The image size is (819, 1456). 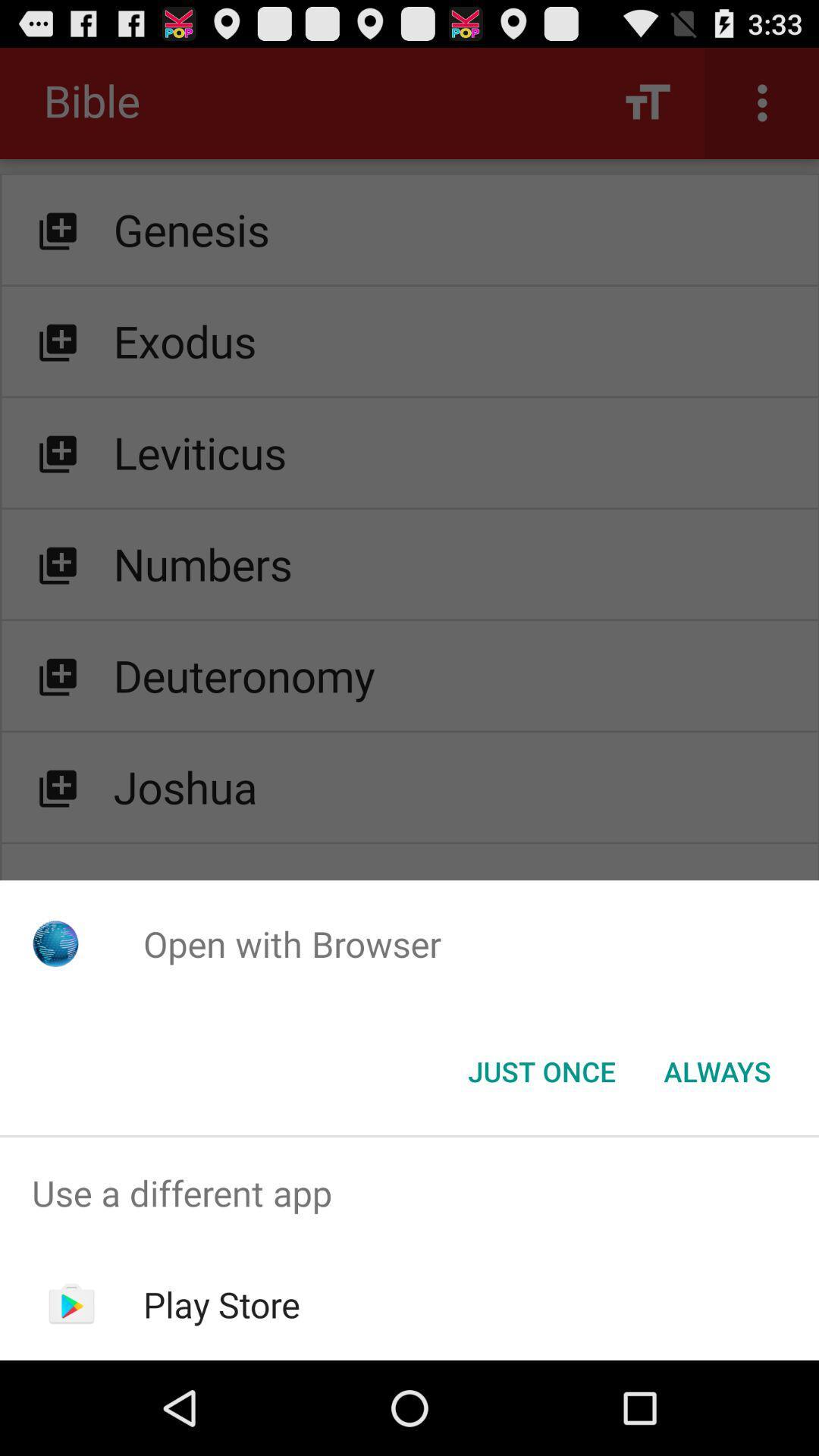 I want to click on the play store item, so click(x=221, y=1304).